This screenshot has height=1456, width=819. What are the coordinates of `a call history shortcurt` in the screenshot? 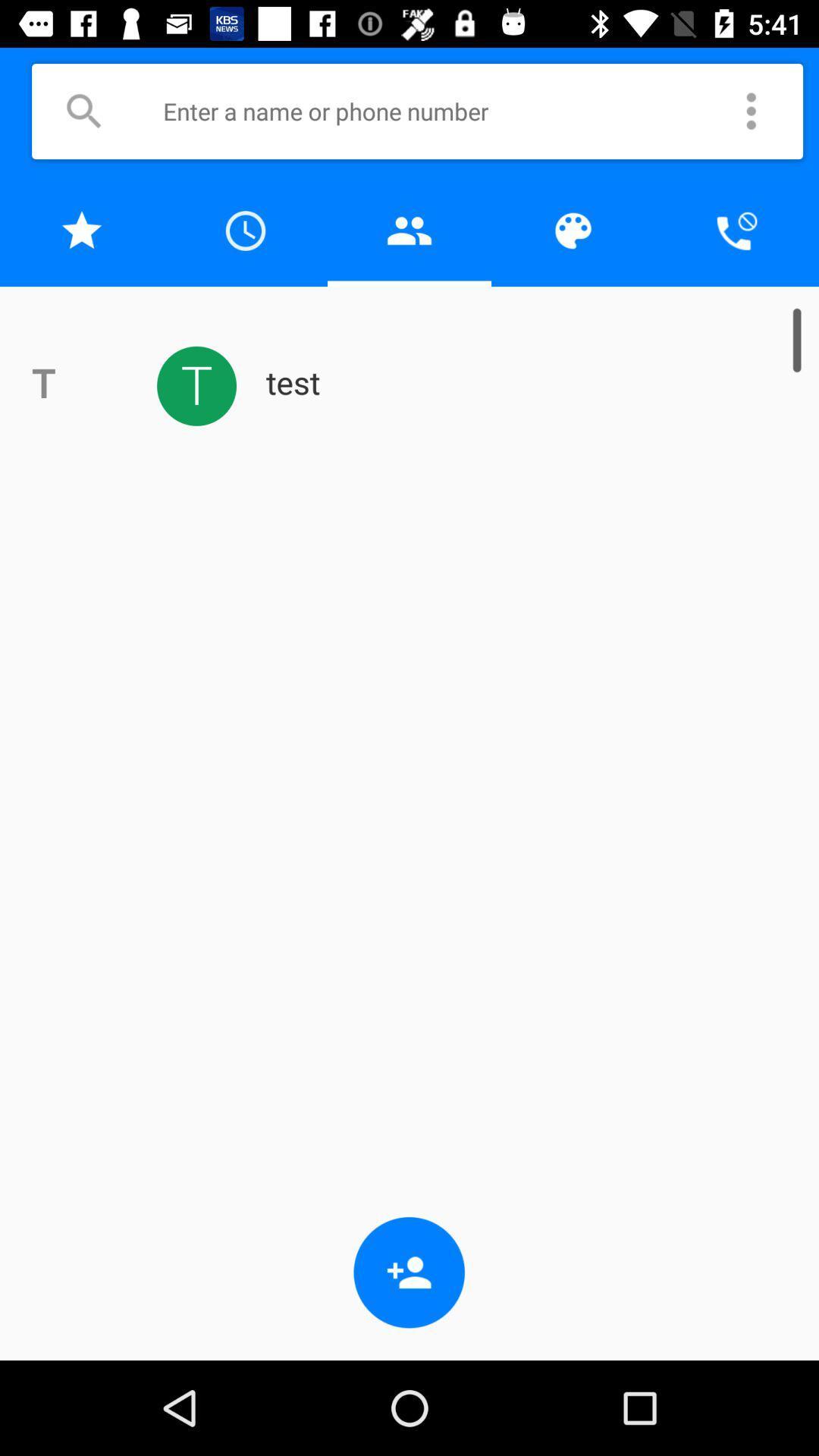 It's located at (245, 230).